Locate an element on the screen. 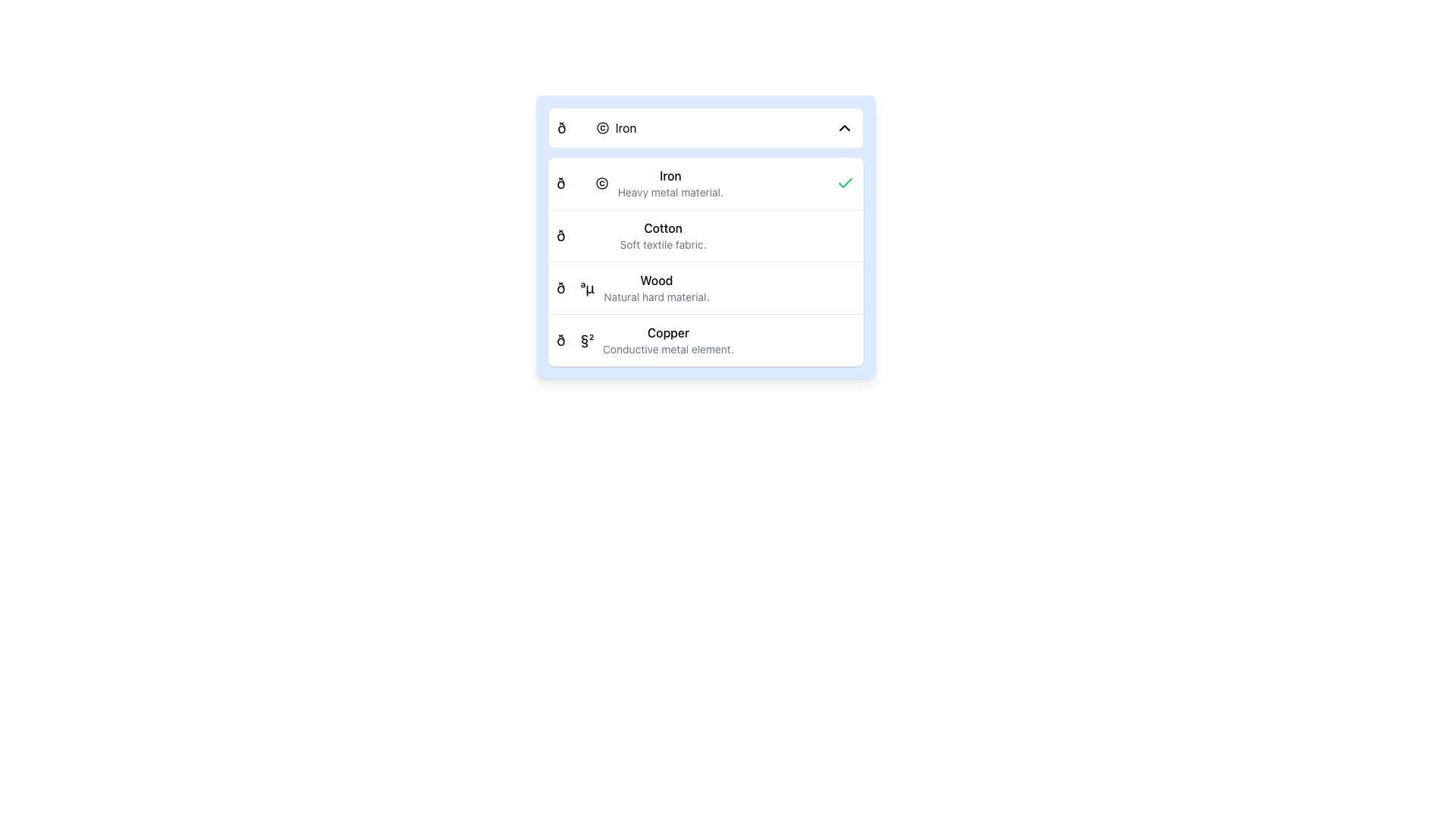 Image resolution: width=1456 pixels, height=819 pixels. the 'Cotton' label in the material selection list is located at coordinates (663, 227).